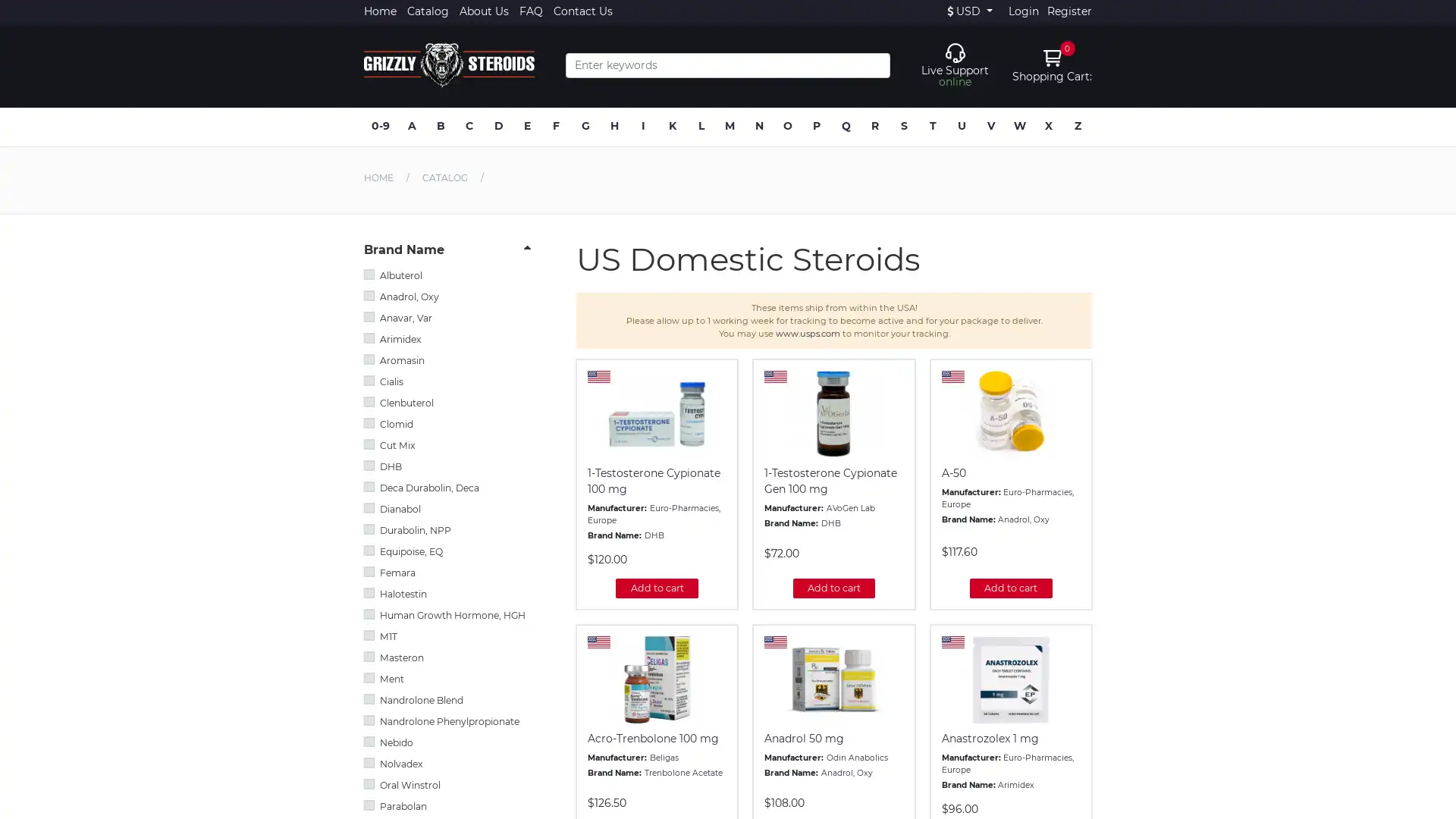  Describe the element at coordinates (656, 587) in the screenshot. I see `Add to cart` at that location.